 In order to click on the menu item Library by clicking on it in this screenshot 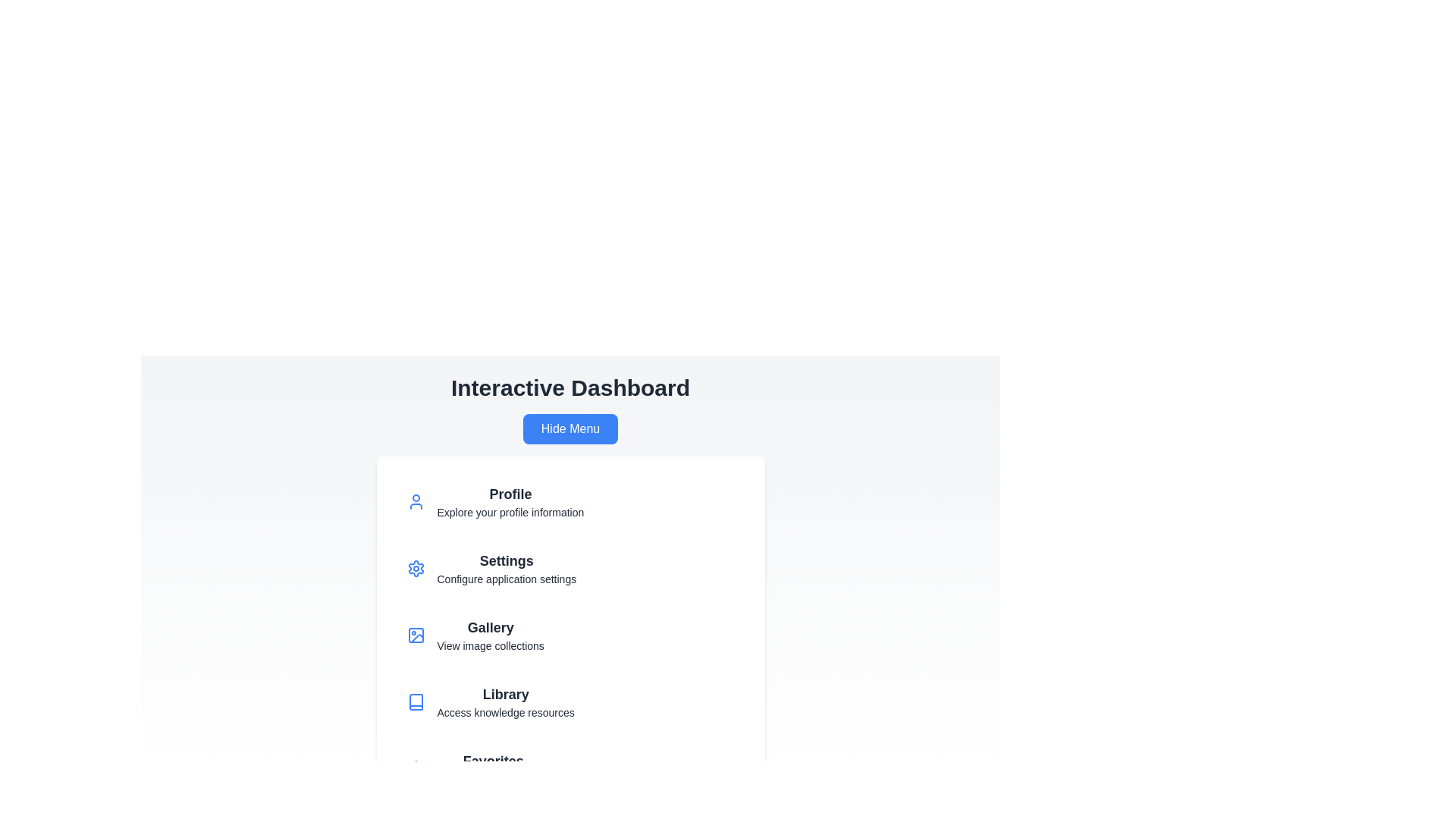, I will do `click(570, 701)`.